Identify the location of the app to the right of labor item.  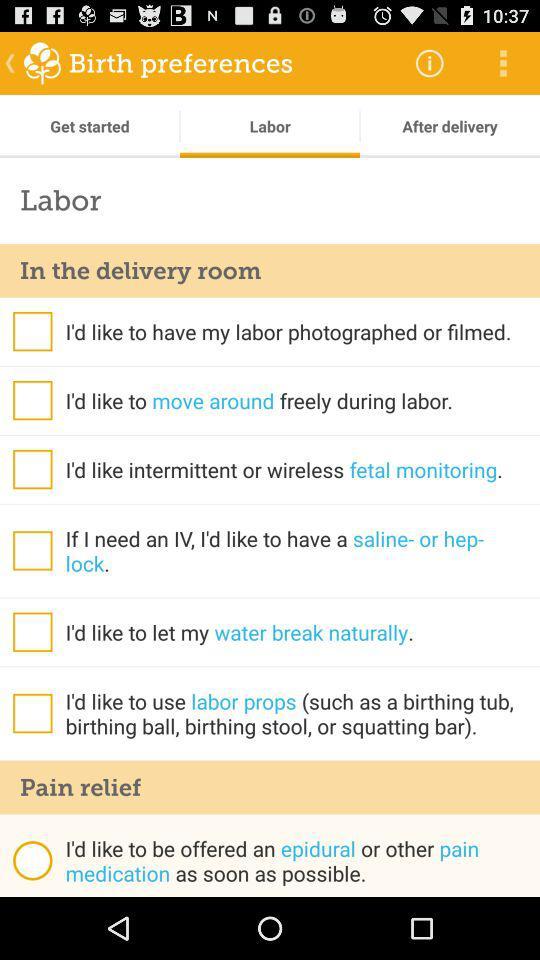
(428, 62).